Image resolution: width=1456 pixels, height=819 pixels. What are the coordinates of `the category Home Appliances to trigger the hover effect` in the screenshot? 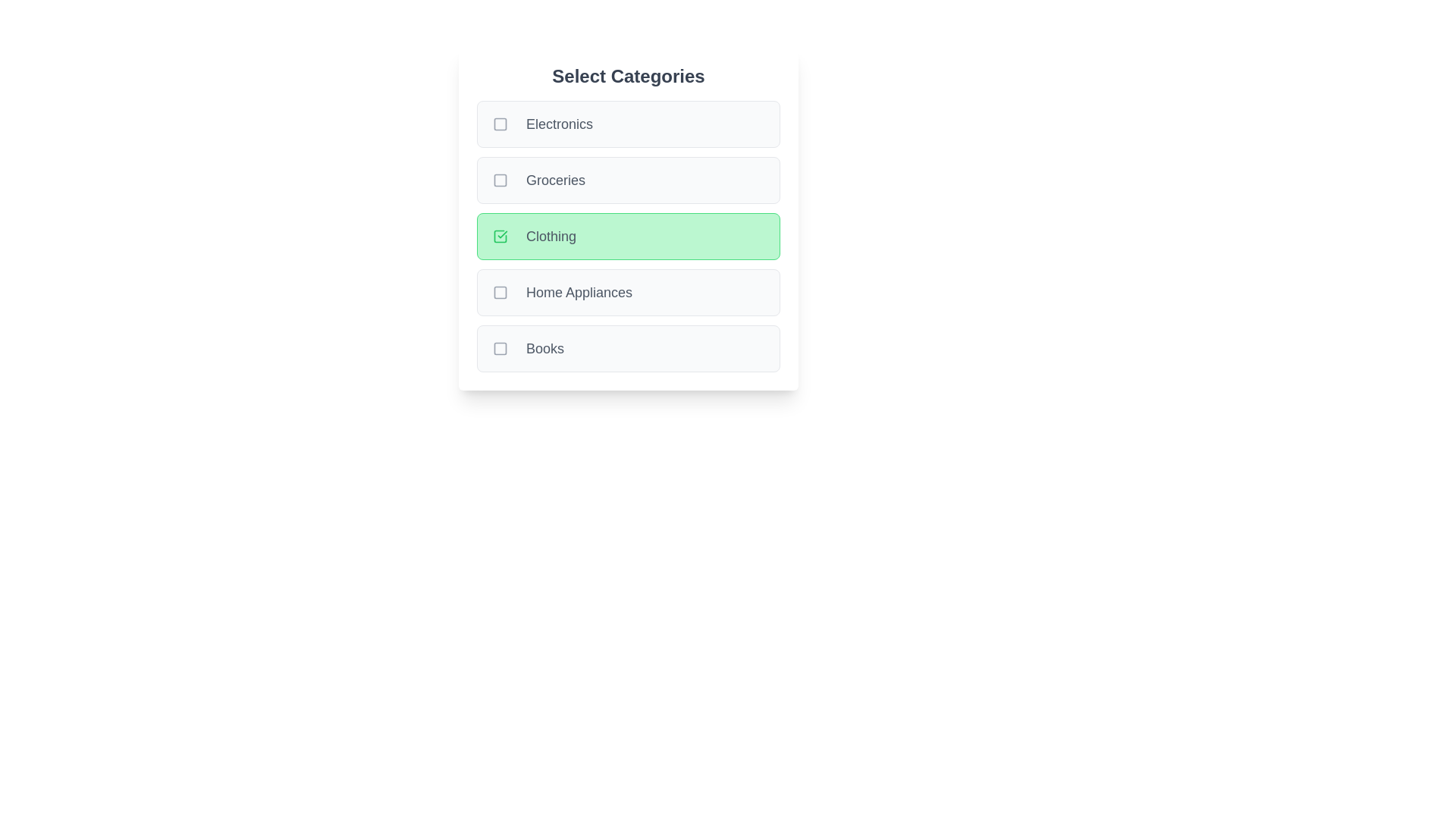 It's located at (629, 292).